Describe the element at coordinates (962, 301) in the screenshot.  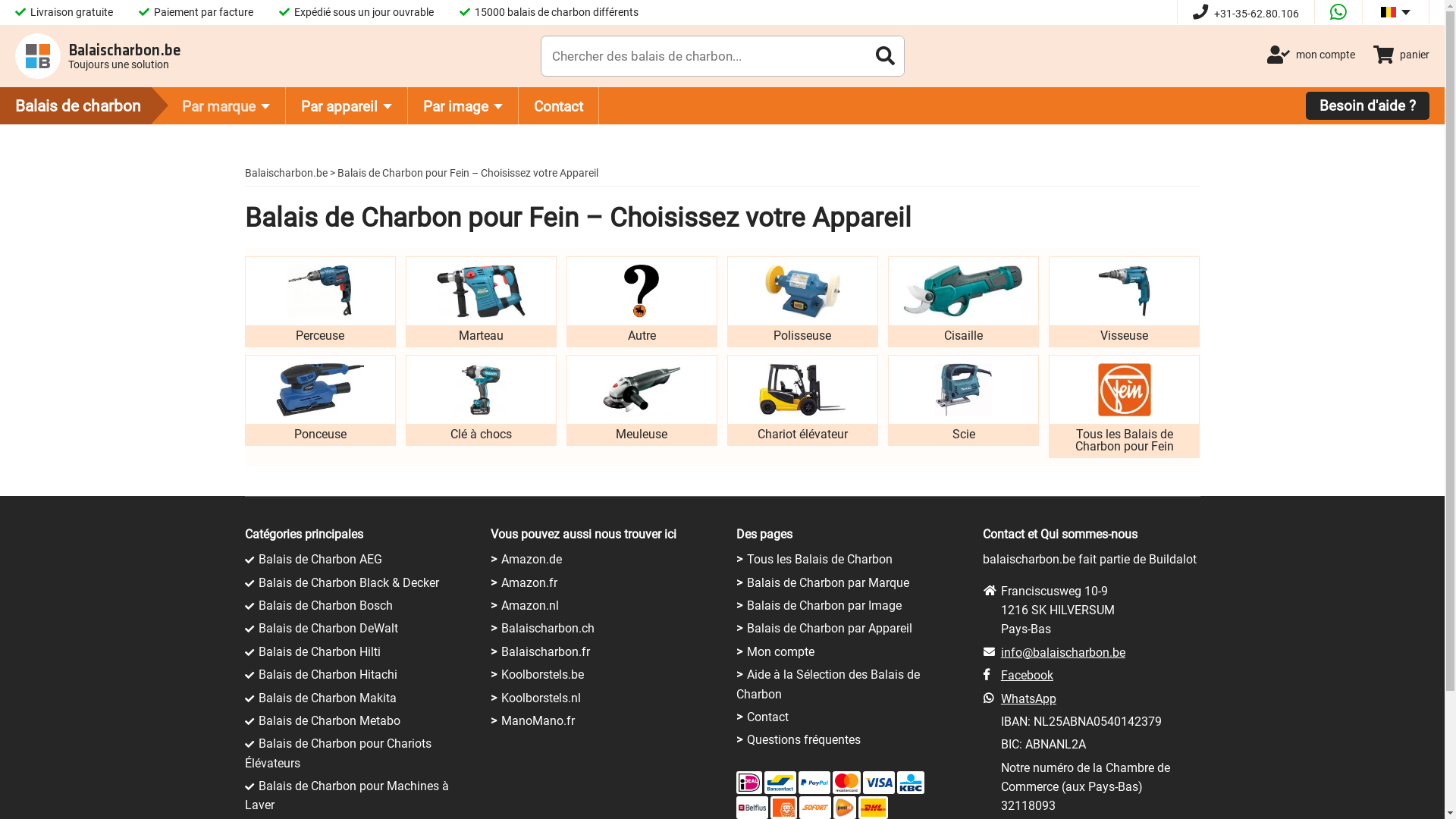
I see `'Cisaille'` at that location.